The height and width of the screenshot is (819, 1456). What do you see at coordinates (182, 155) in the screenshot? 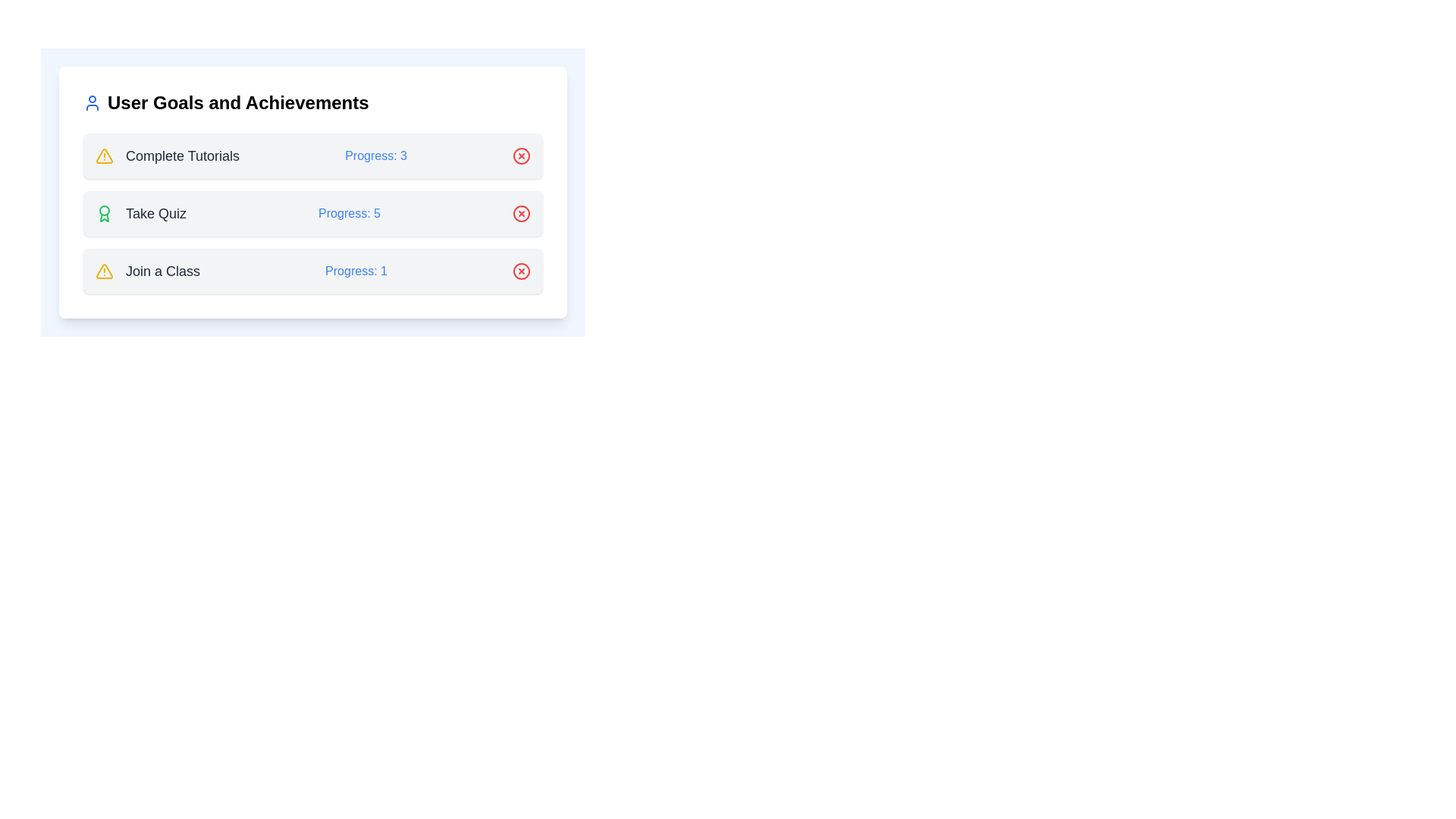
I see `the text element labeled 'Complete Tutorials', which is bold and dark gray, positioned to the right of a warning icon in the 'User Goals and Achievements' card` at bounding box center [182, 155].